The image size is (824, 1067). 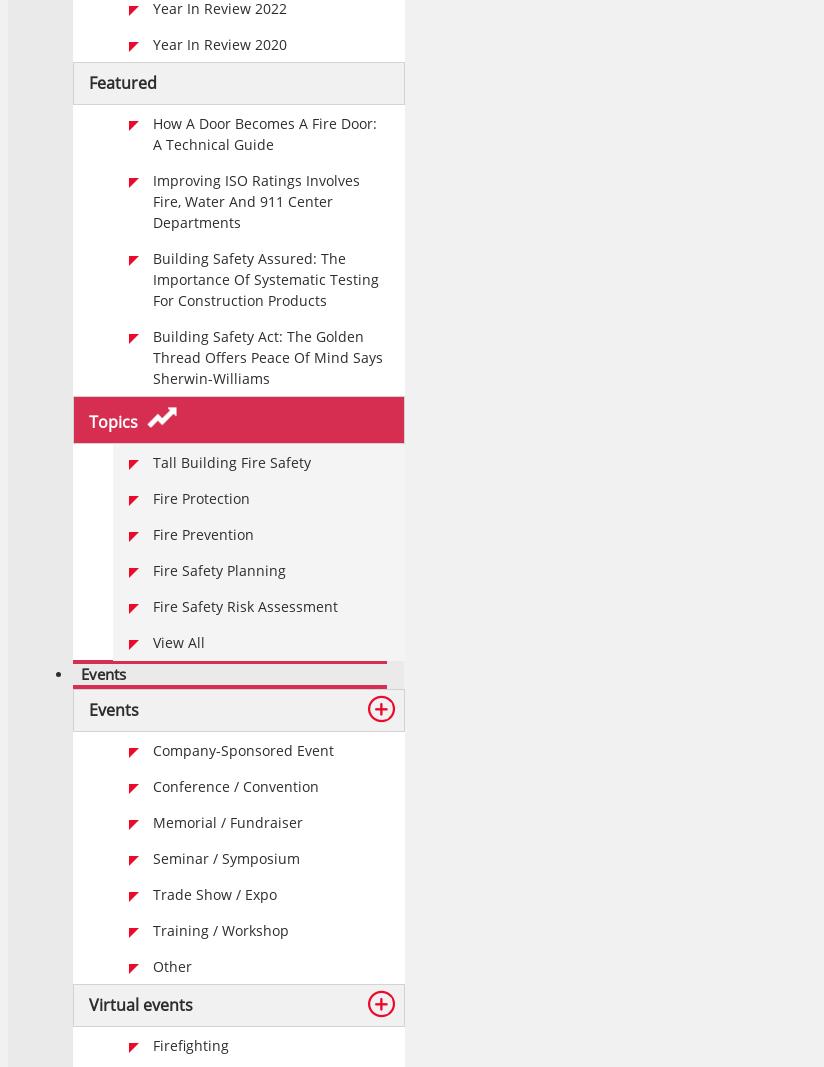 I want to click on 'Improving ISO Ratings Involves Fire, Water And 911 Center Departments', so click(x=256, y=201).